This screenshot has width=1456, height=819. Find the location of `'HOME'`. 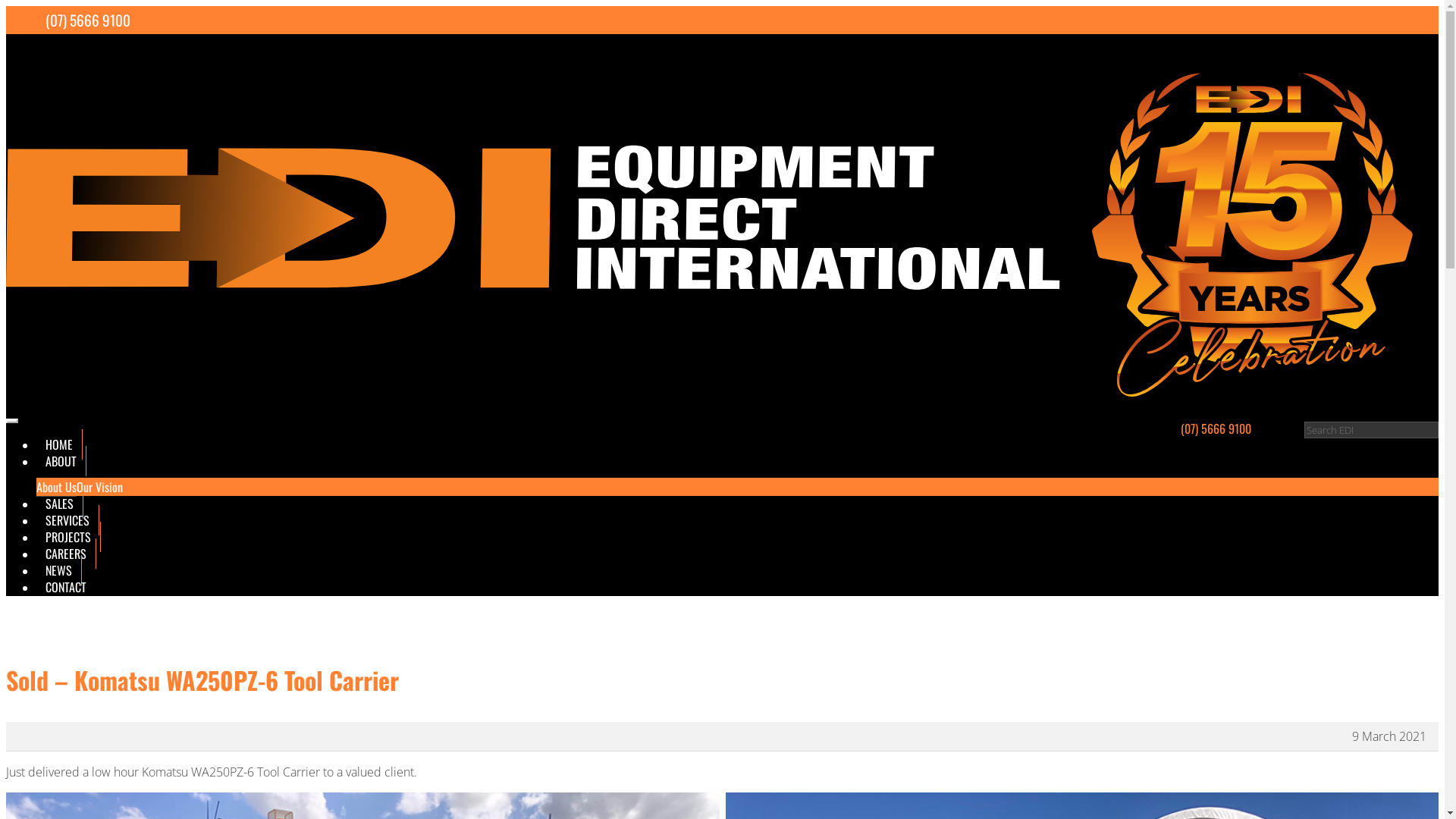

'HOME' is located at coordinates (59, 444).